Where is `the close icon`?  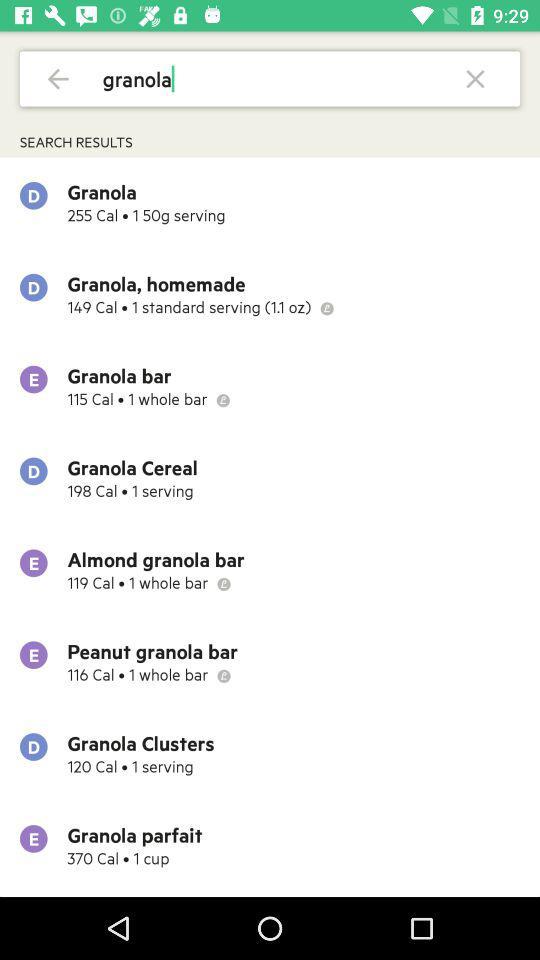 the close icon is located at coordinates (474, 78).